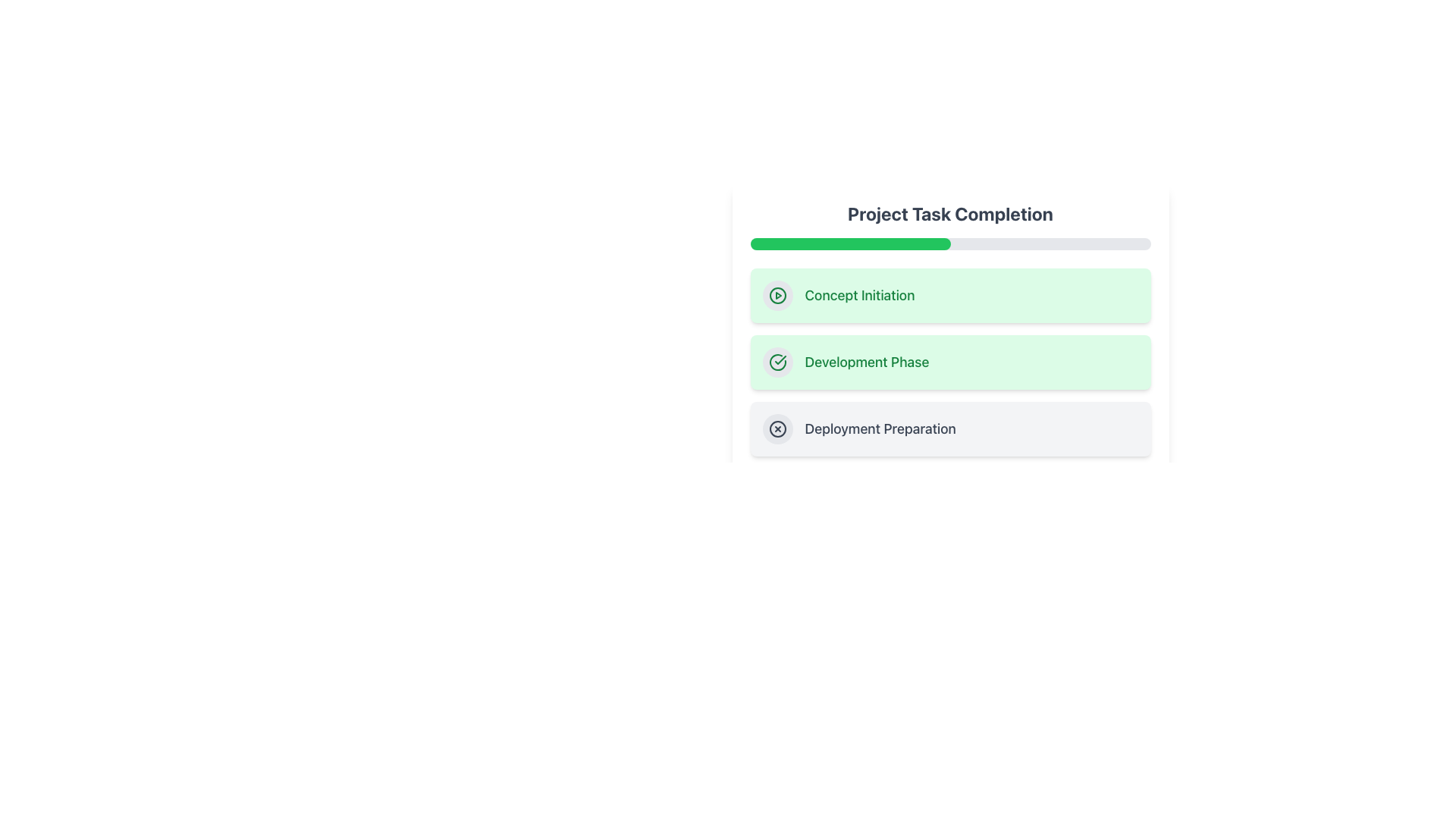  I want to click on the filled green section of the progress bar under the 'Project Task Completion' heading, which occupies the initial 50% of the total bar width, so click(850, 243).